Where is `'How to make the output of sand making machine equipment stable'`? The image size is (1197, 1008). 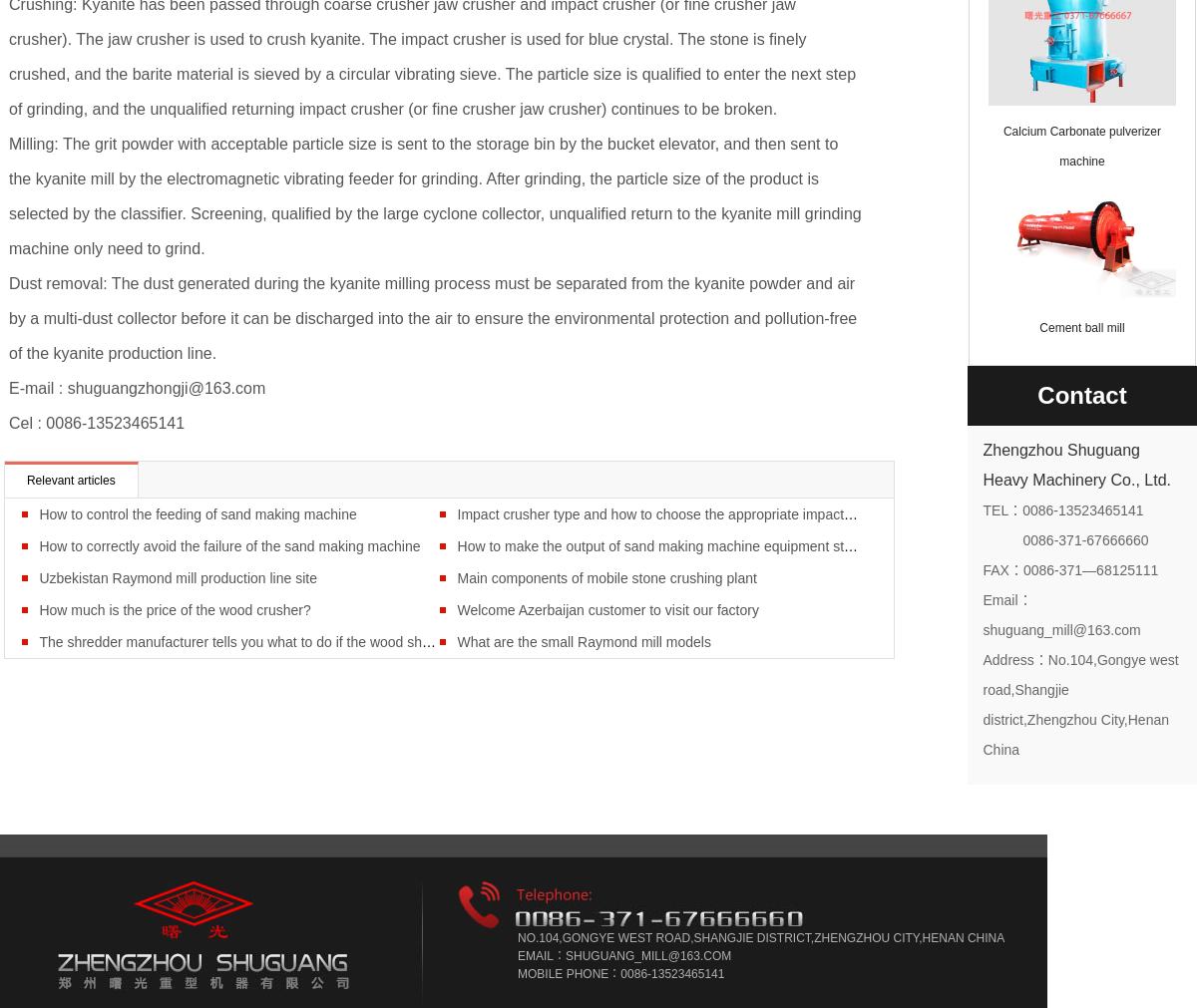
'How to make the output of sand making machine equipment stable' is located at coordinates (663, 544).